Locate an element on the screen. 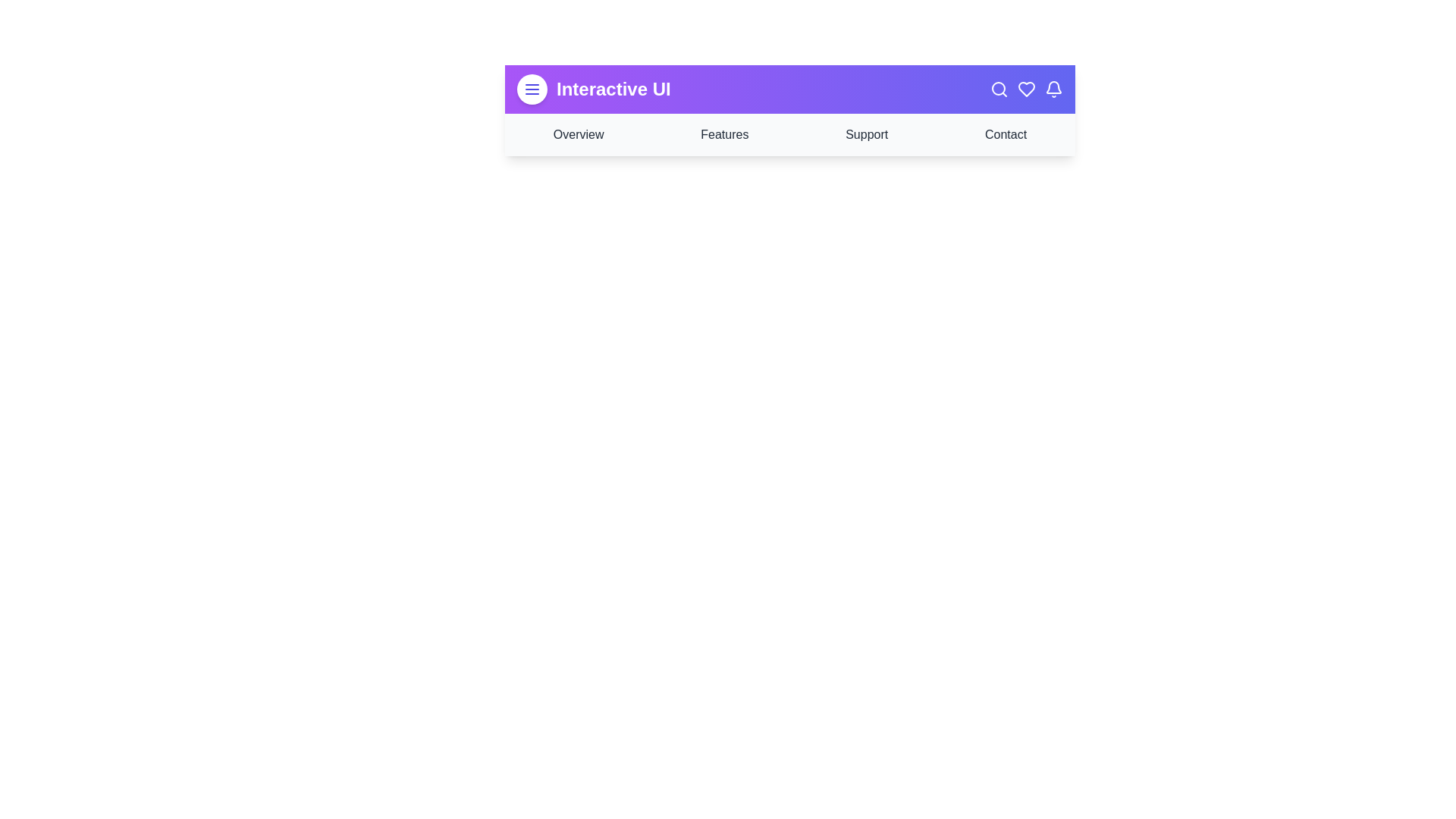  the hamburger button to toggle the menu is located at coordinates (532, 89).